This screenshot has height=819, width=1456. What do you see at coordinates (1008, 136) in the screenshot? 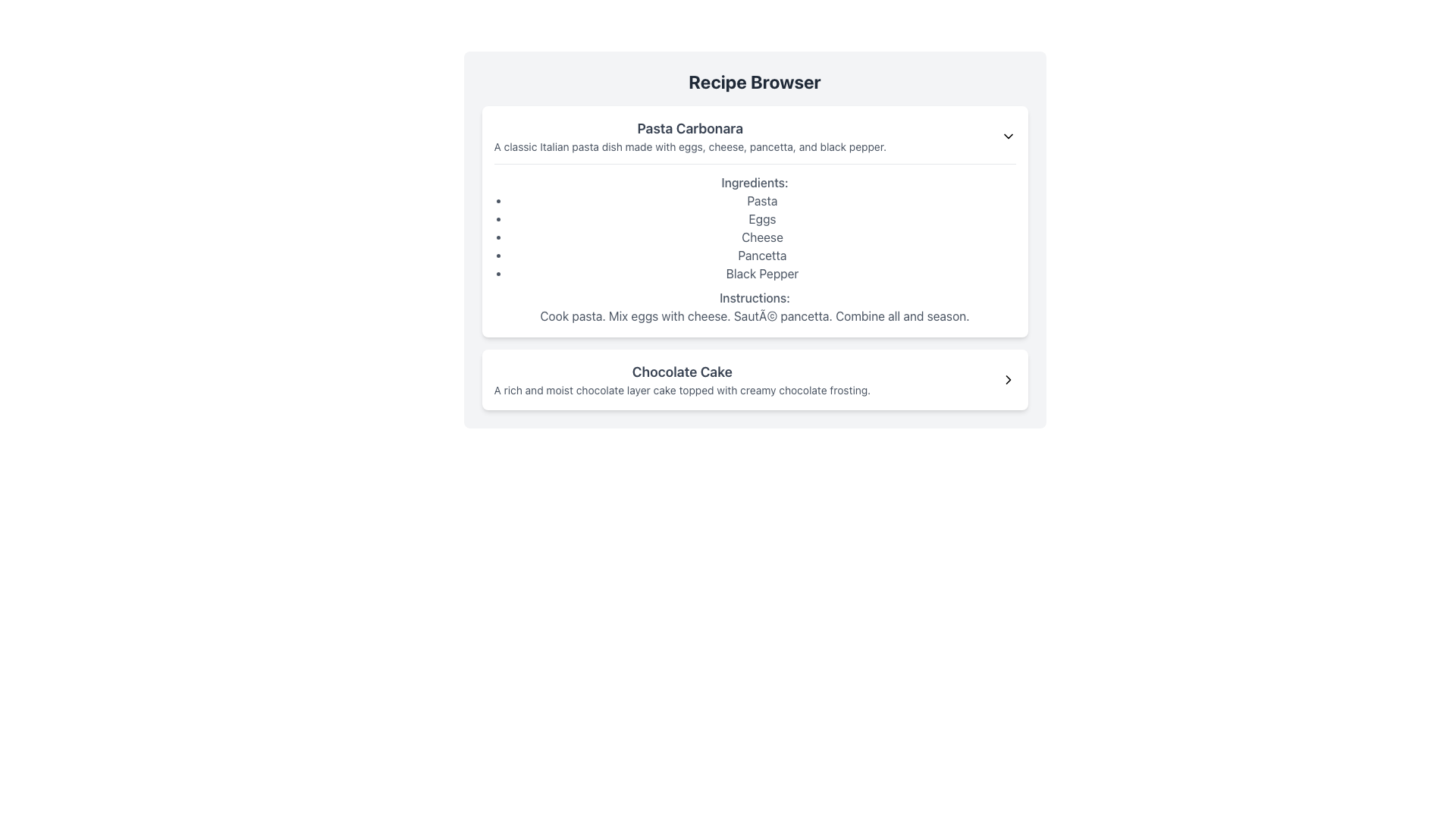
I see `the chevron icon at the far right end of the header section of the 'Pasta Carbonara' recipe block` at bounding box center [1008, 136].